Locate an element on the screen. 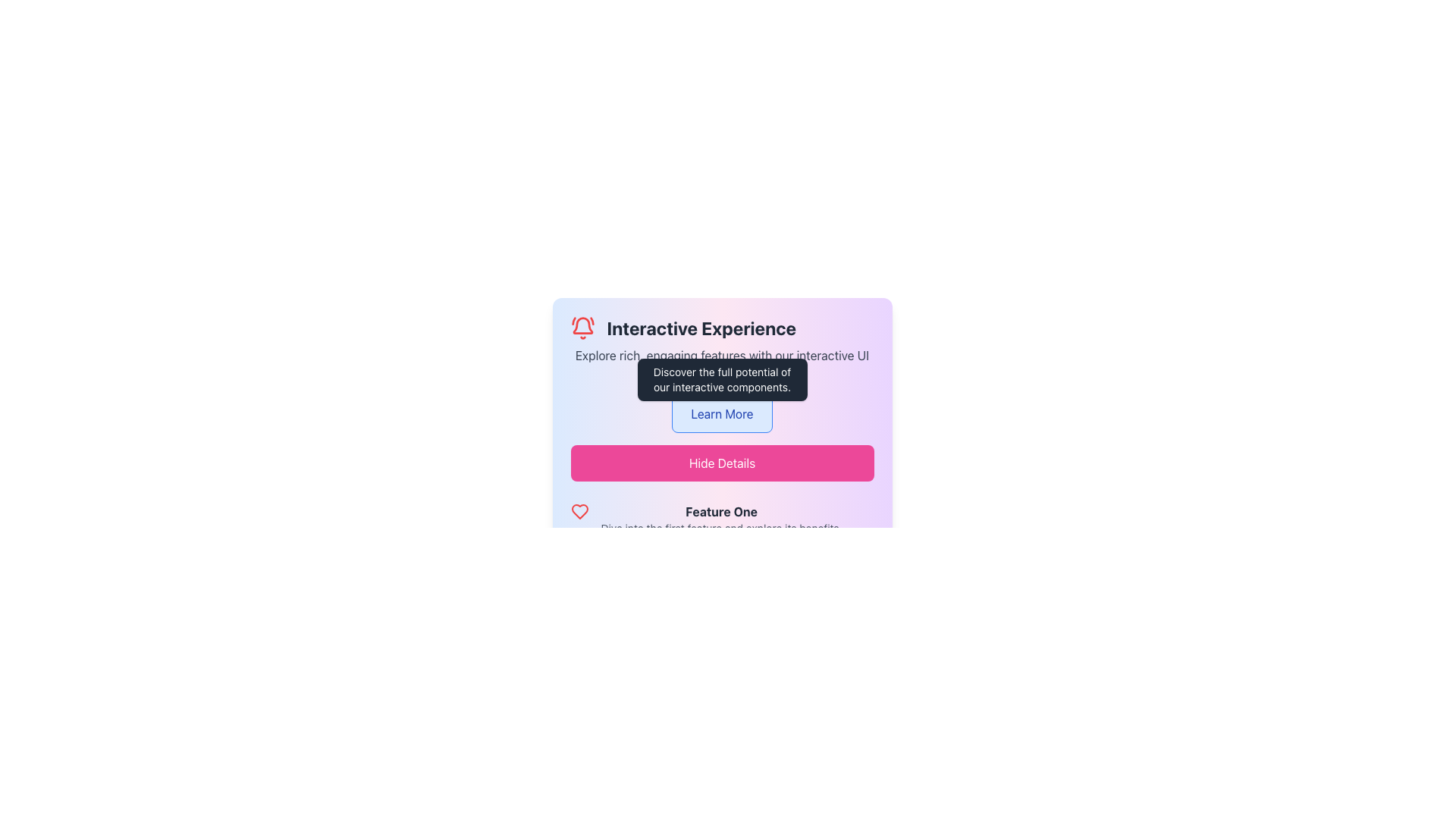  the subtitle element located beneath the 'Feature One' title, which provides additional description for the section is located at coordinates (720, 528).